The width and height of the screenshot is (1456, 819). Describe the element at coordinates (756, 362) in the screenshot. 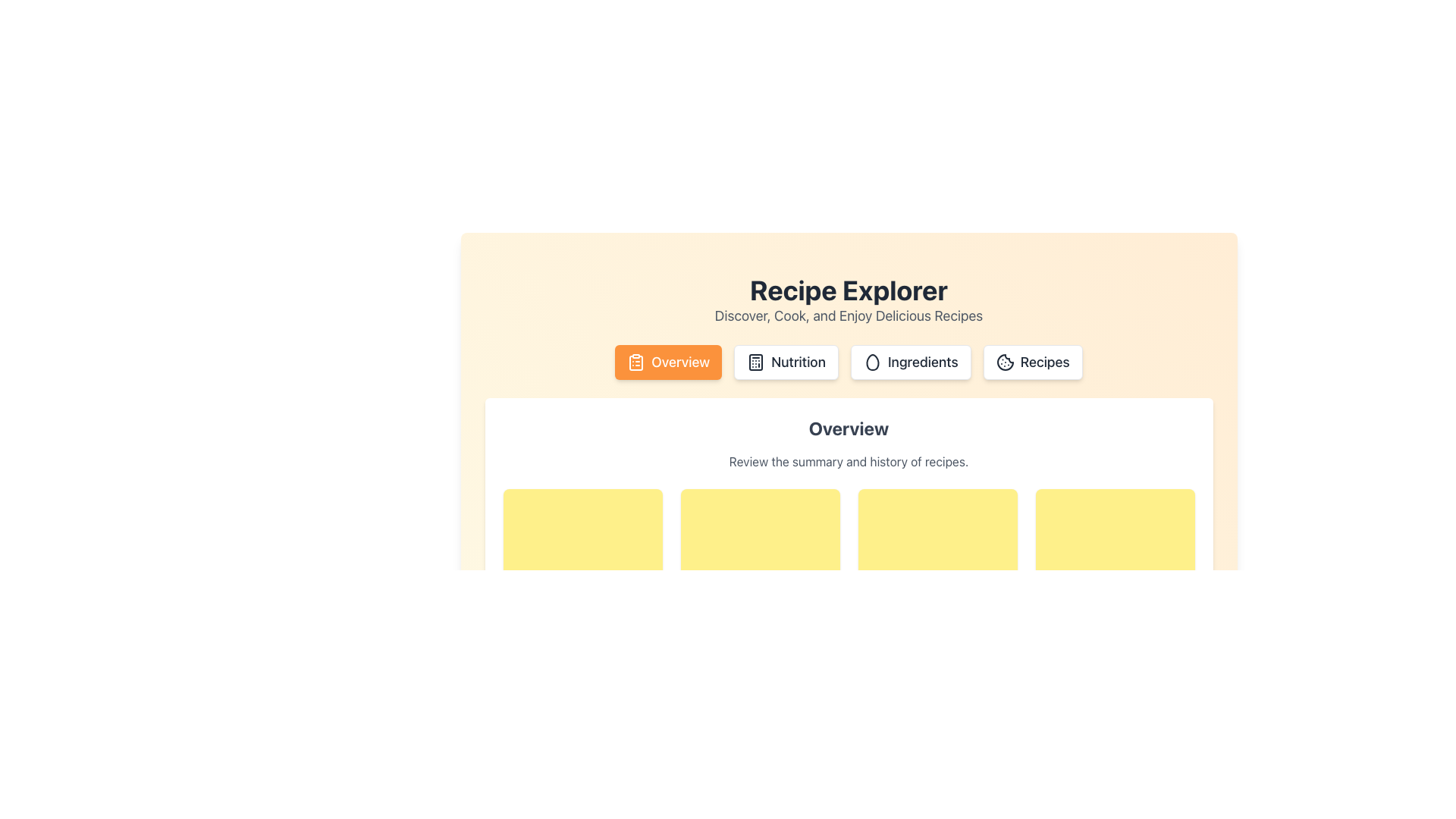

I see `the calculator icon located within the 'Nutrition' button, the second clickable element in the navigation bar below the 'Recipe Explorer' title` at that location.